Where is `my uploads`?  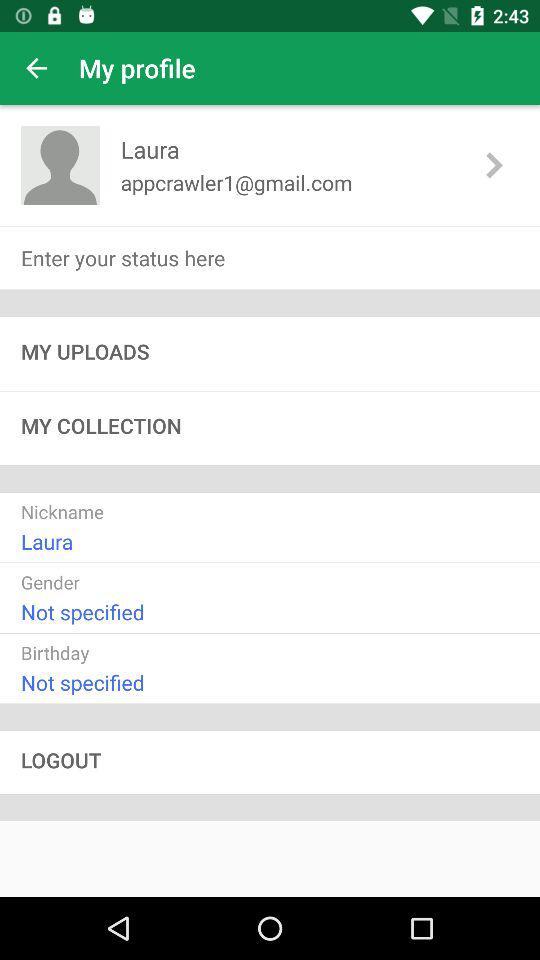
my uploads is located at coordinates (270, 353).